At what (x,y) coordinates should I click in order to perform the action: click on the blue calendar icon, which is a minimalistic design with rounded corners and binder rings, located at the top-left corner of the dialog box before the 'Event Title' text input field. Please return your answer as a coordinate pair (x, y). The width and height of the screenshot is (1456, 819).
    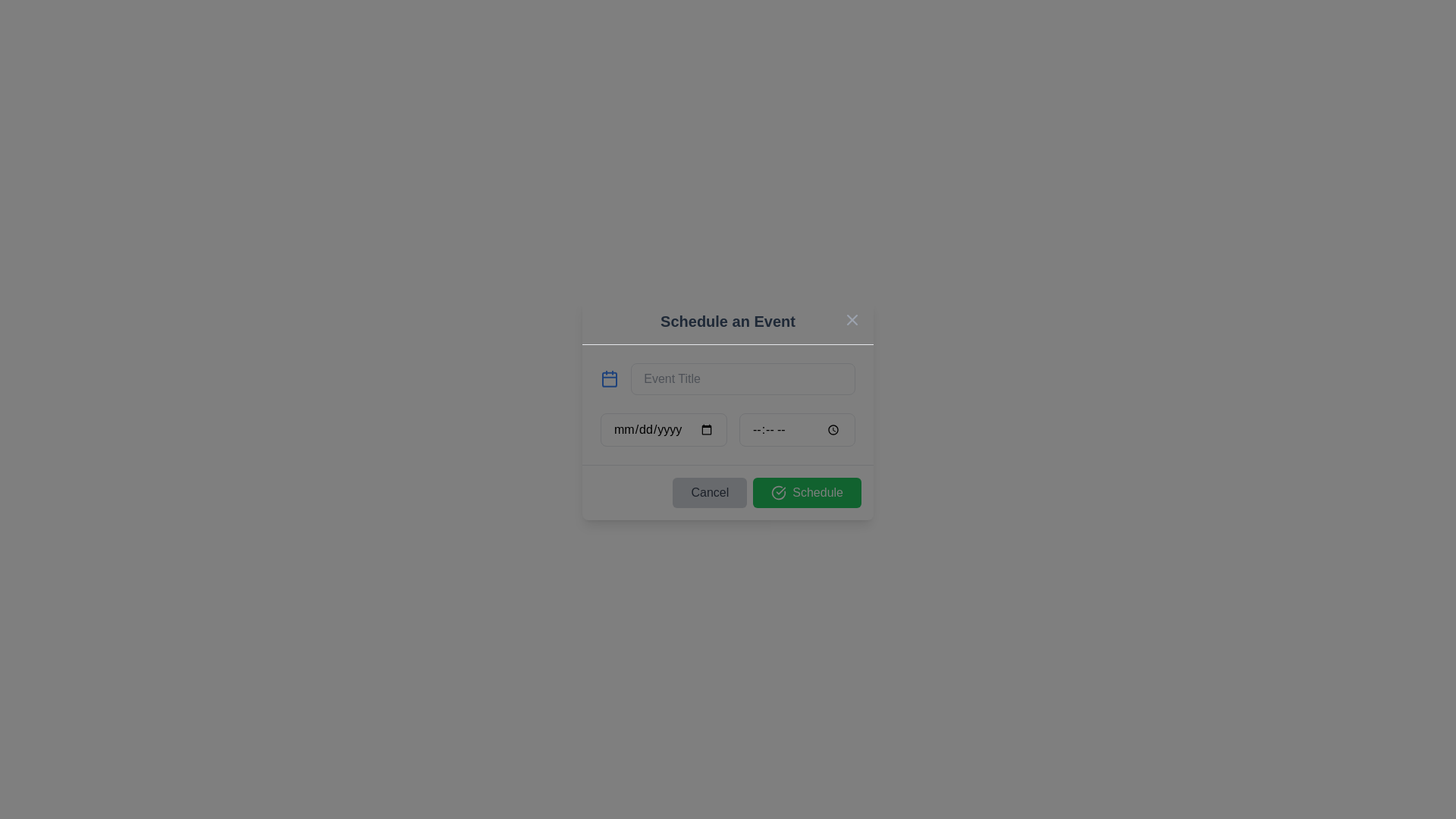
    Looking at the image, I should click on (610, 378).